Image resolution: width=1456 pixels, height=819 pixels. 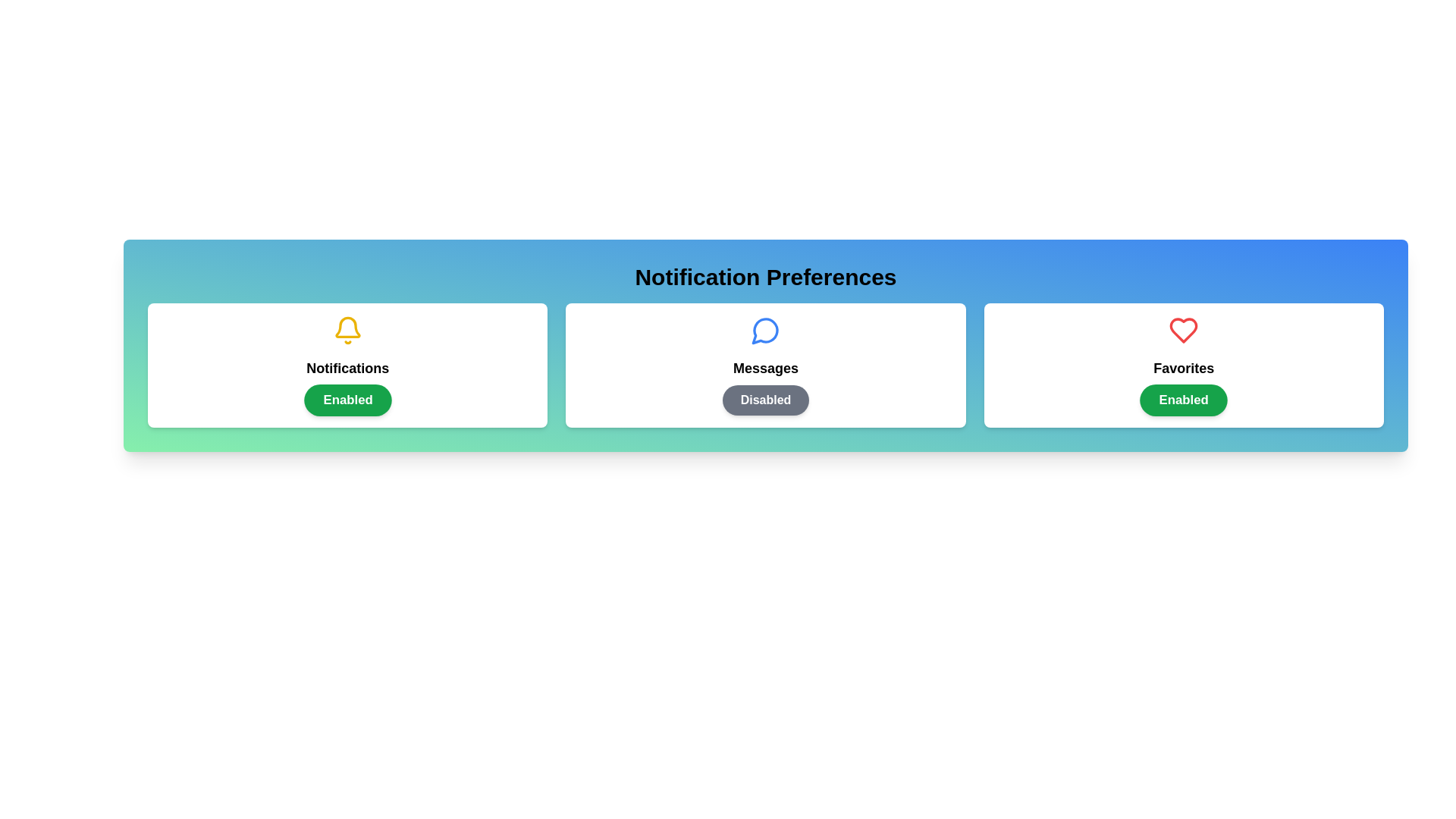 What do you see at coordinates (347, 400) in the screenshot?
I see `'Enabled' button under the 'Notifications' section to toggle its state` at bounding box center [347, 400].